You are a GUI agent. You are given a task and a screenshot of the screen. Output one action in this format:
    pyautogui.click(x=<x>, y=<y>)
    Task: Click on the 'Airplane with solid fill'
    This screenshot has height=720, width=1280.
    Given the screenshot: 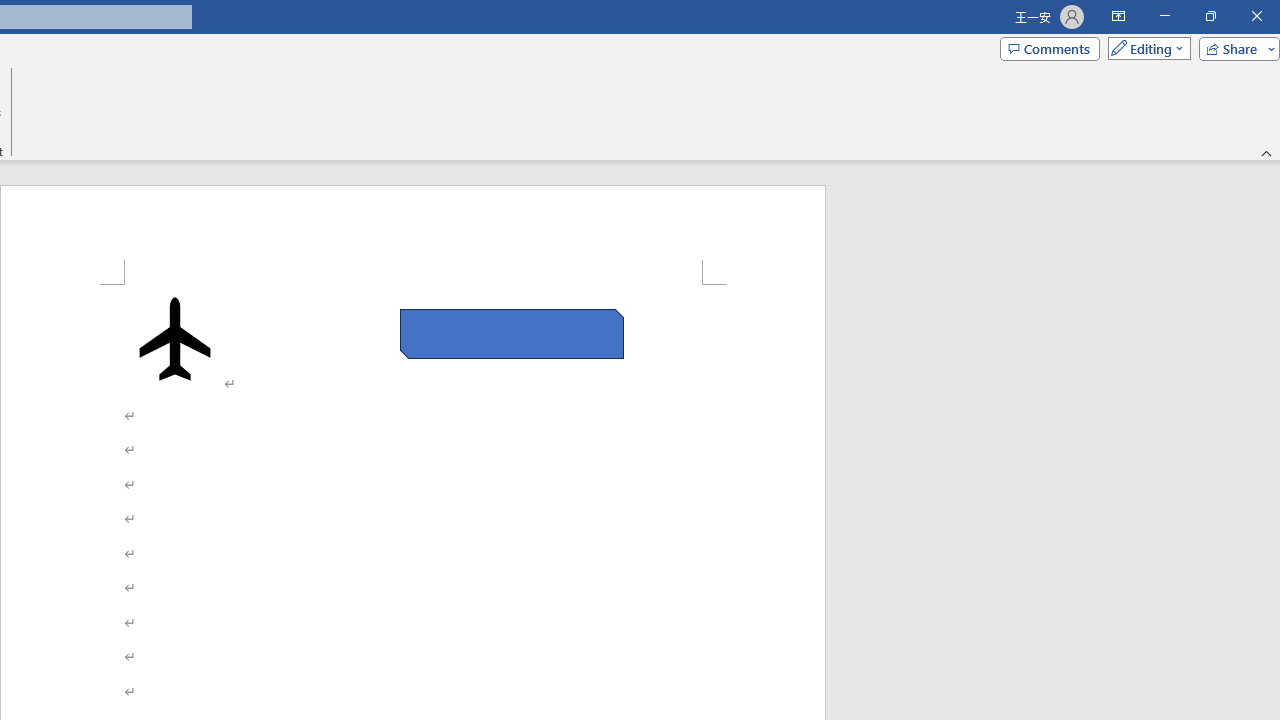 What is the action you would take?
    pyautogui.click(x=175, y=337)
    